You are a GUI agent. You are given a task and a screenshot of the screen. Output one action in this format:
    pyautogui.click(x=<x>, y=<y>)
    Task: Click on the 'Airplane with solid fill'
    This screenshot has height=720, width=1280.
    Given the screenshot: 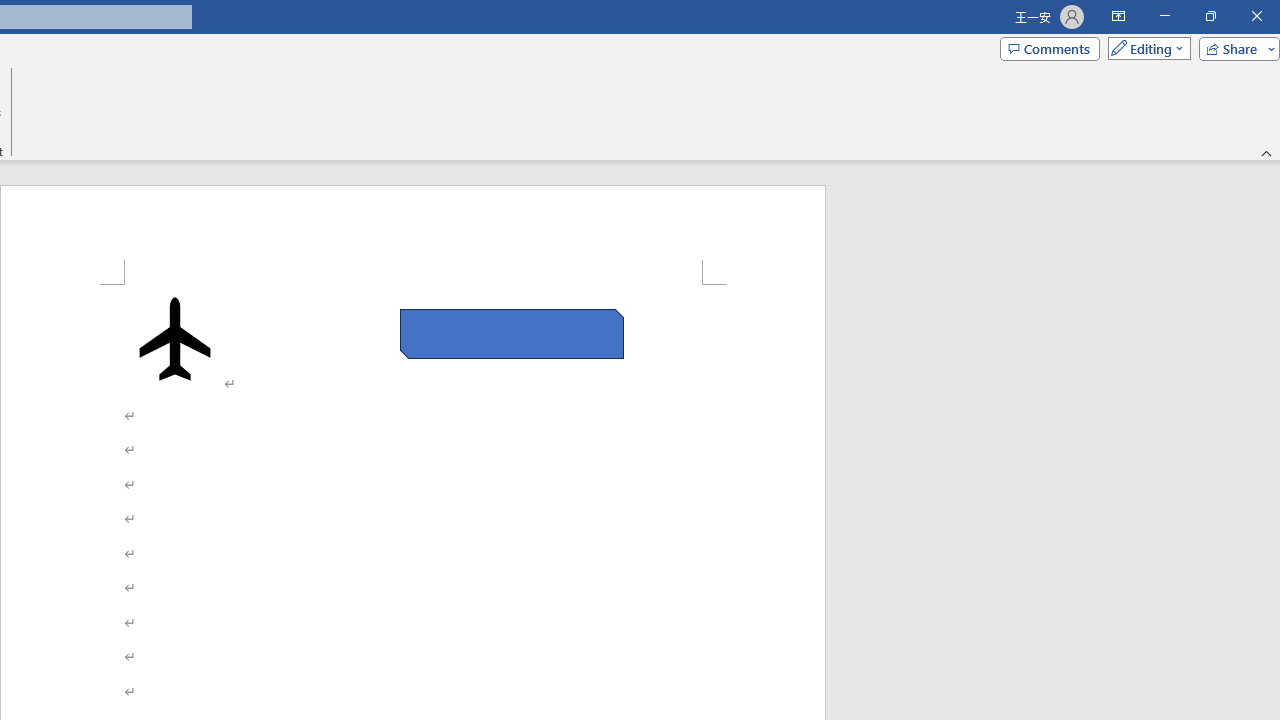 What is the action you would take?
    pyautogui.click(x=175, y=337)
    